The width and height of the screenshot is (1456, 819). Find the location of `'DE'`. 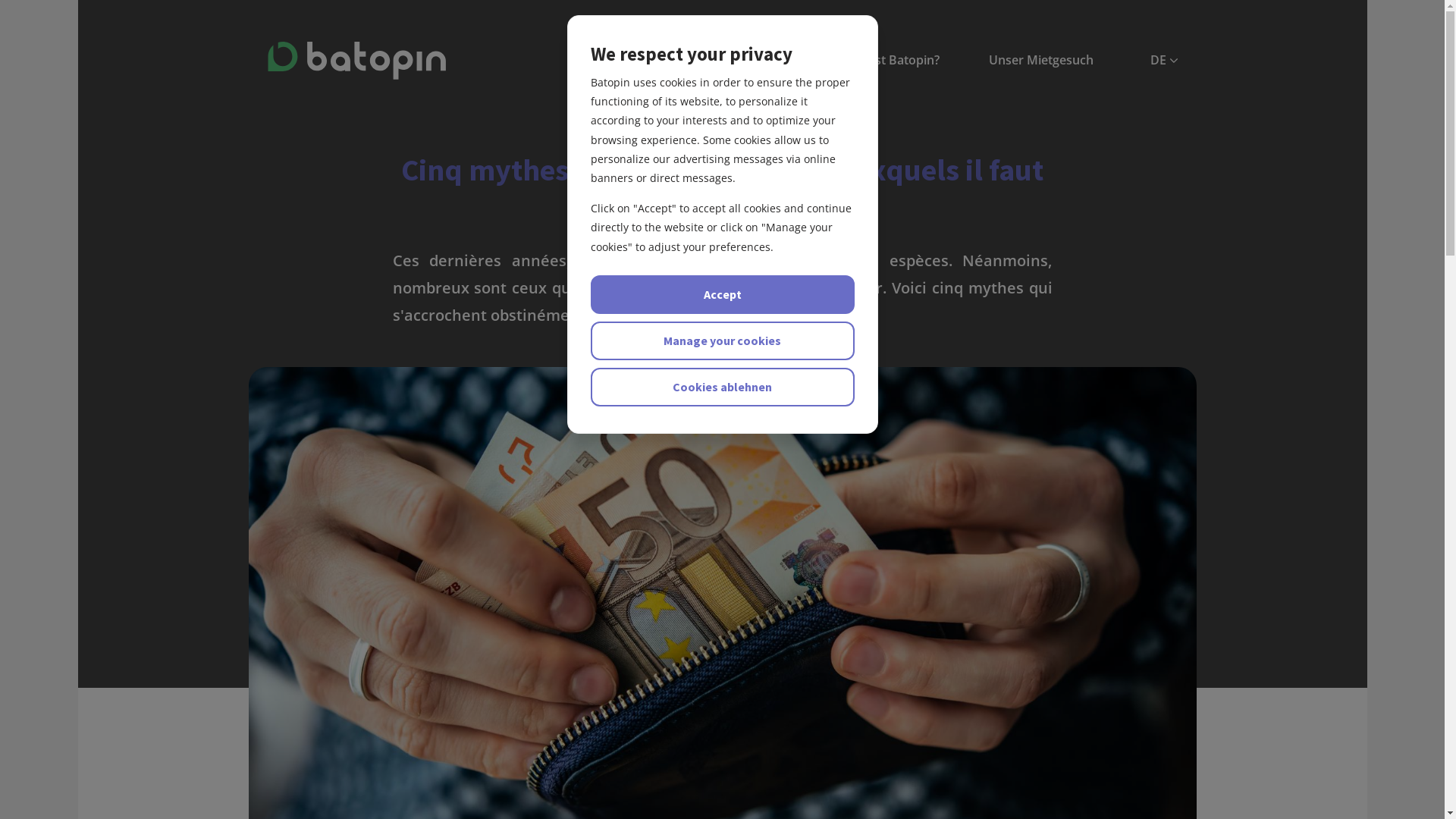

'DE' is located at coordinates (1150, 59).